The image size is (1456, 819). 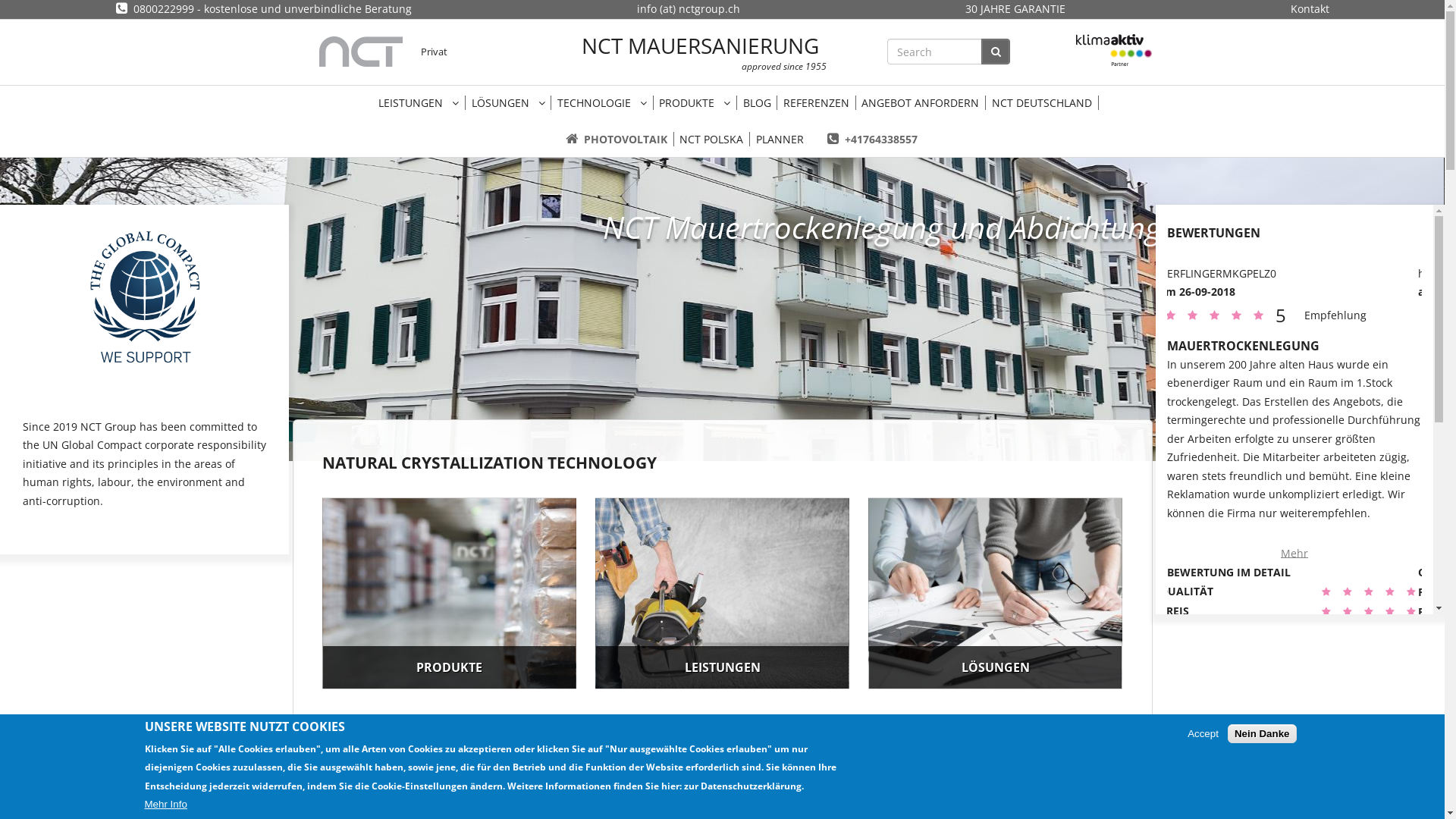 I want to click on 'ANGEBOT ANFORDERN', so click(x=920, y=102).